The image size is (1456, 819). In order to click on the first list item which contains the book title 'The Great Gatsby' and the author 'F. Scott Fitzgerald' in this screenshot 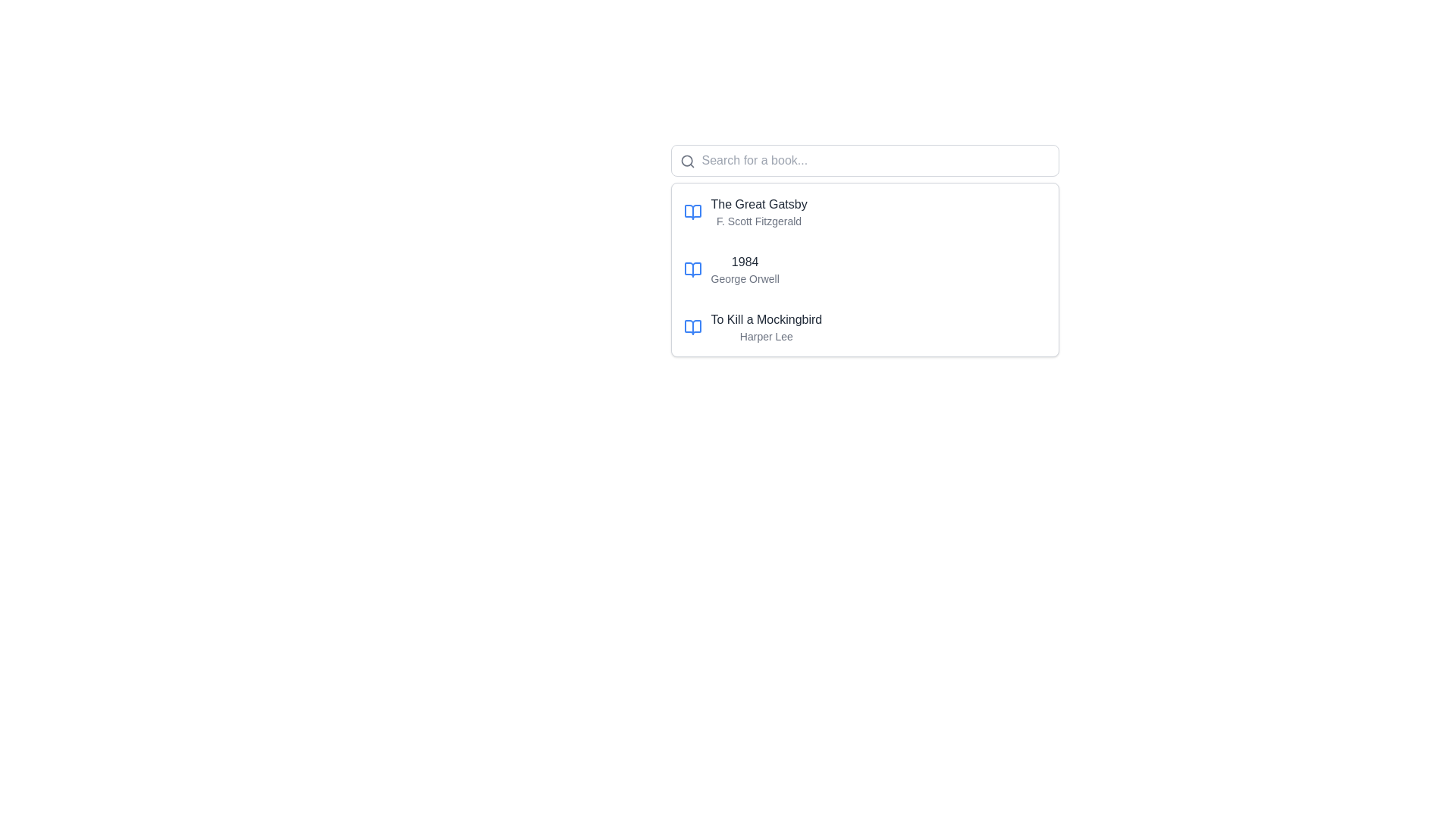, I will do `click(864, 212)`.